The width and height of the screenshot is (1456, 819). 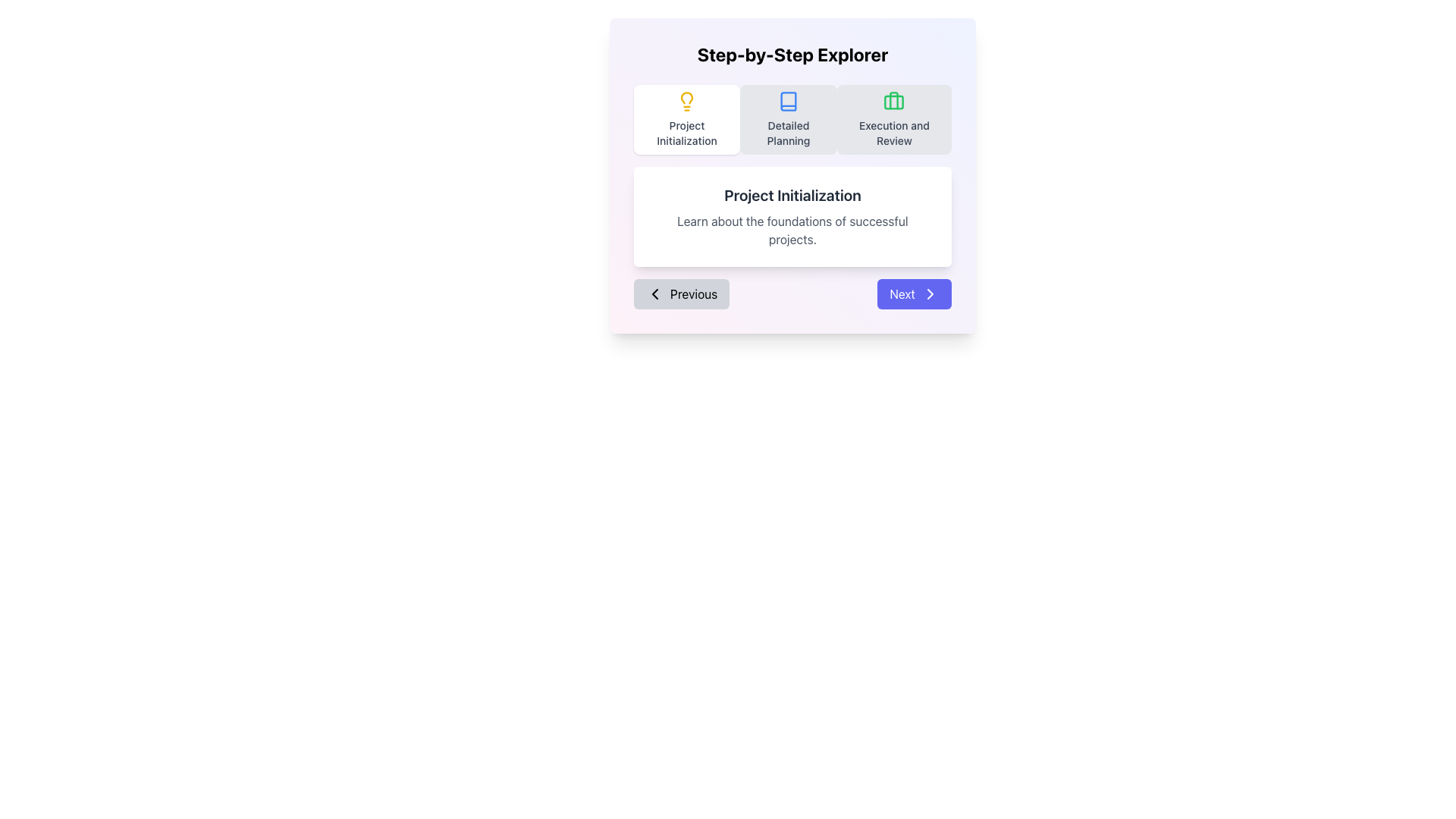 What do you see at coordinates (686, 133) in the screenshot?
I see `the text label displaying 'Project Initialization', which is located at the center of the first card in a row of three cards` at bounding box center [686, 133].